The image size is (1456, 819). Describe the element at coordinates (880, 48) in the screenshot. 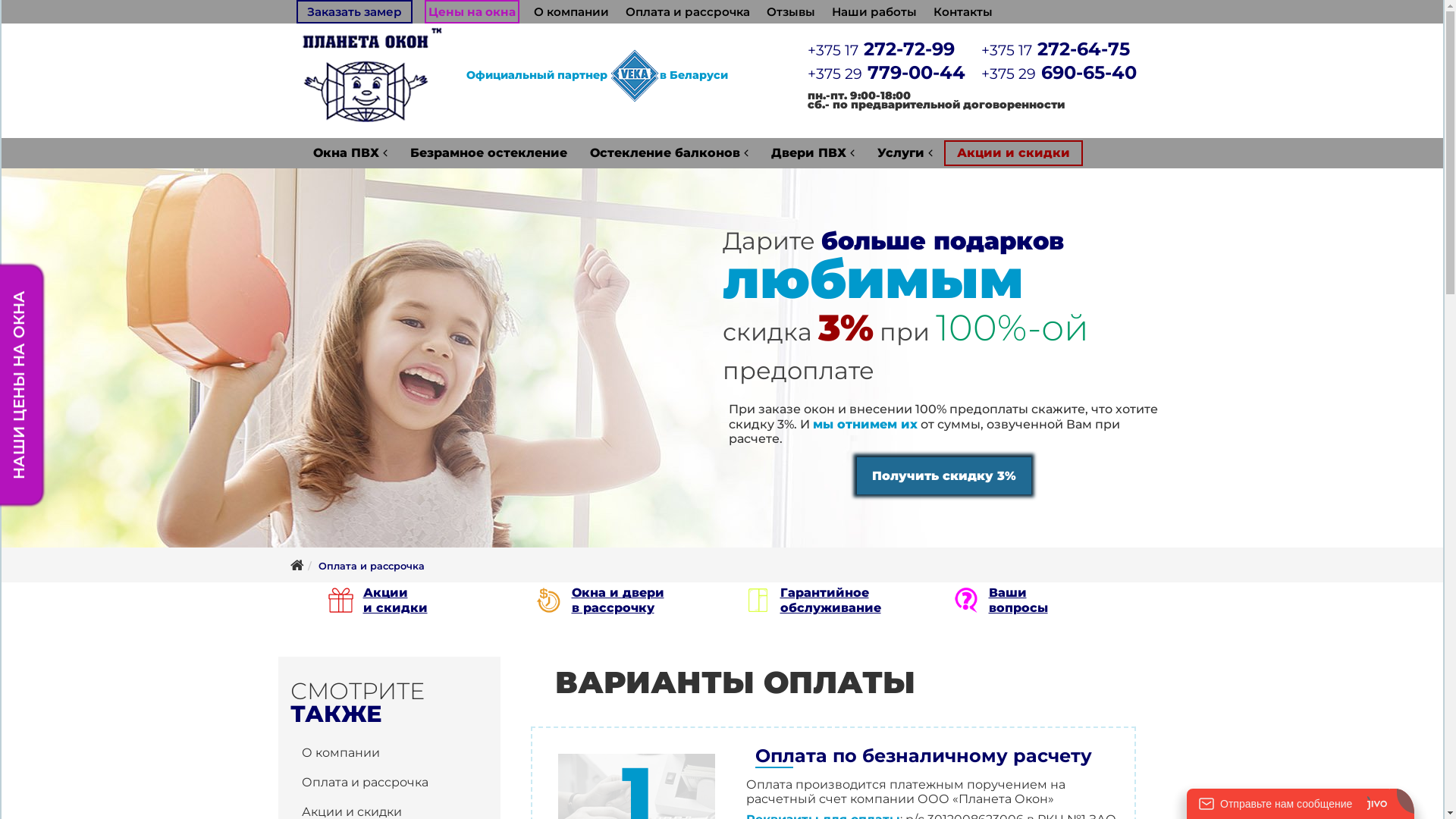

I see `'+375 17 272-72-99'` at that location.